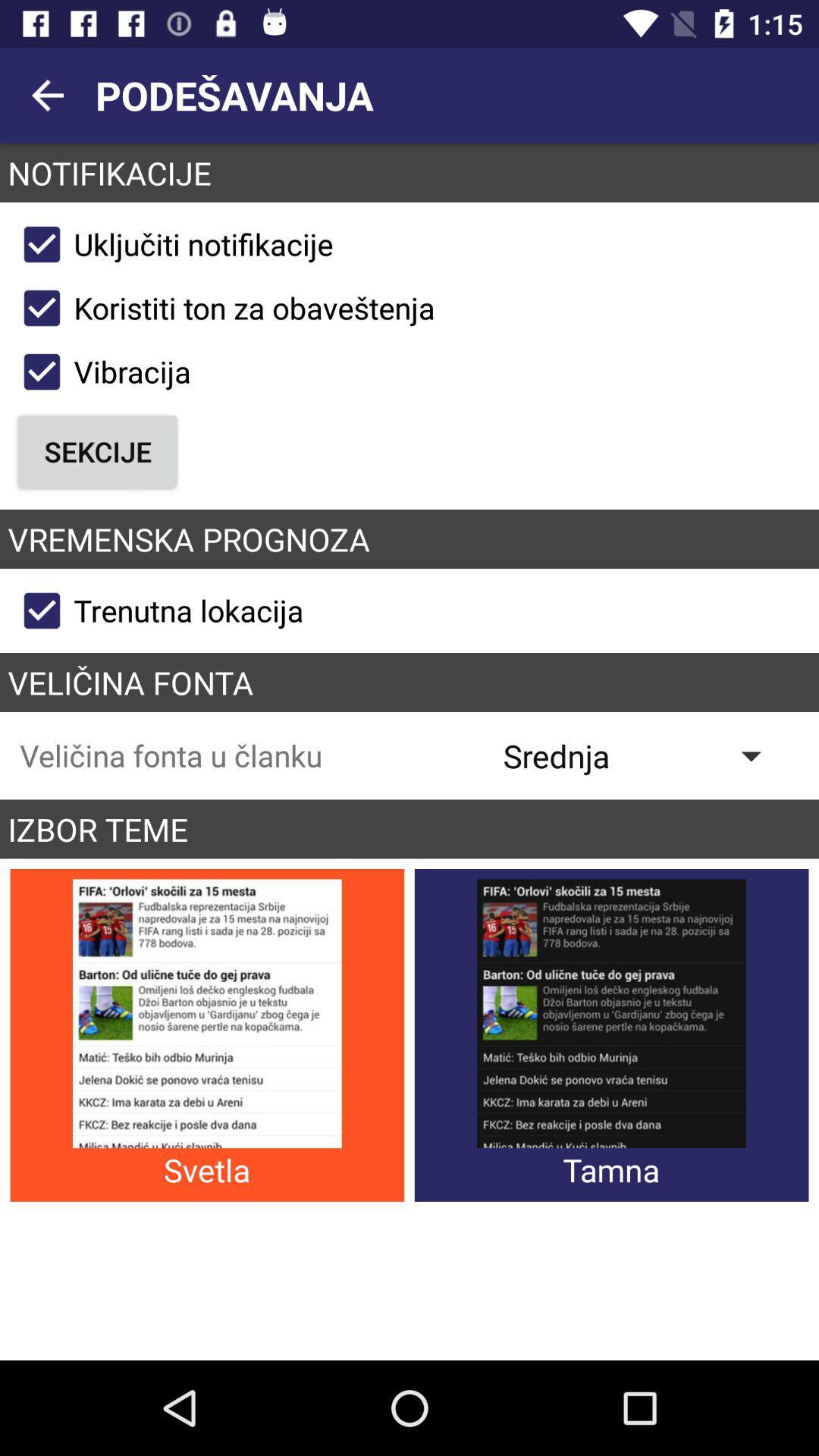 This screenshot has height=1456, width=819. Describe the element at coordinates (98, 450) in the screenshot. I see `the code sekcije` at that location.